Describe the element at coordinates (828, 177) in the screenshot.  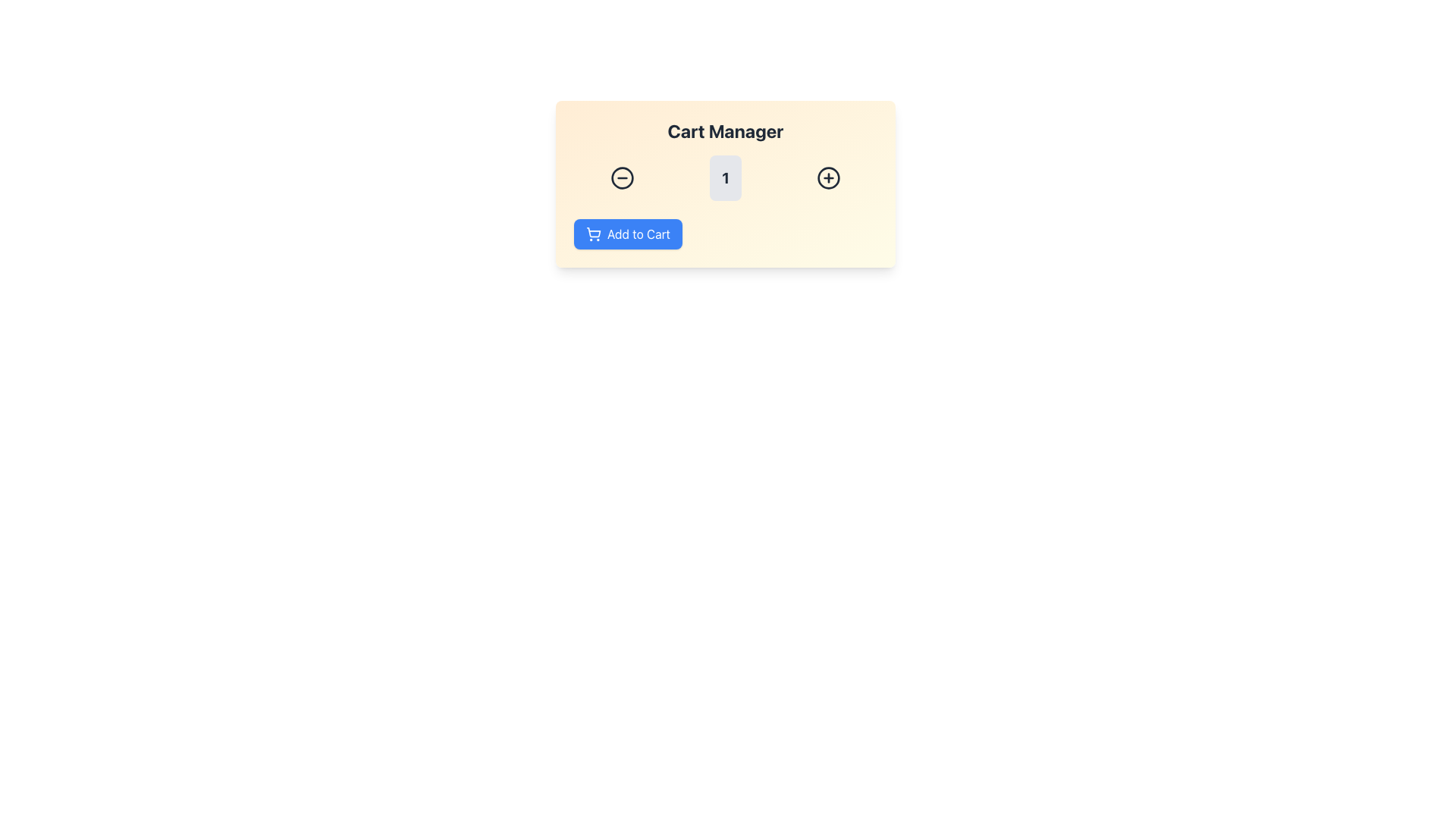
I see `the circular button with a plus (+) icon located in the rightmost portion of a horizontal layout to increment` at that location.